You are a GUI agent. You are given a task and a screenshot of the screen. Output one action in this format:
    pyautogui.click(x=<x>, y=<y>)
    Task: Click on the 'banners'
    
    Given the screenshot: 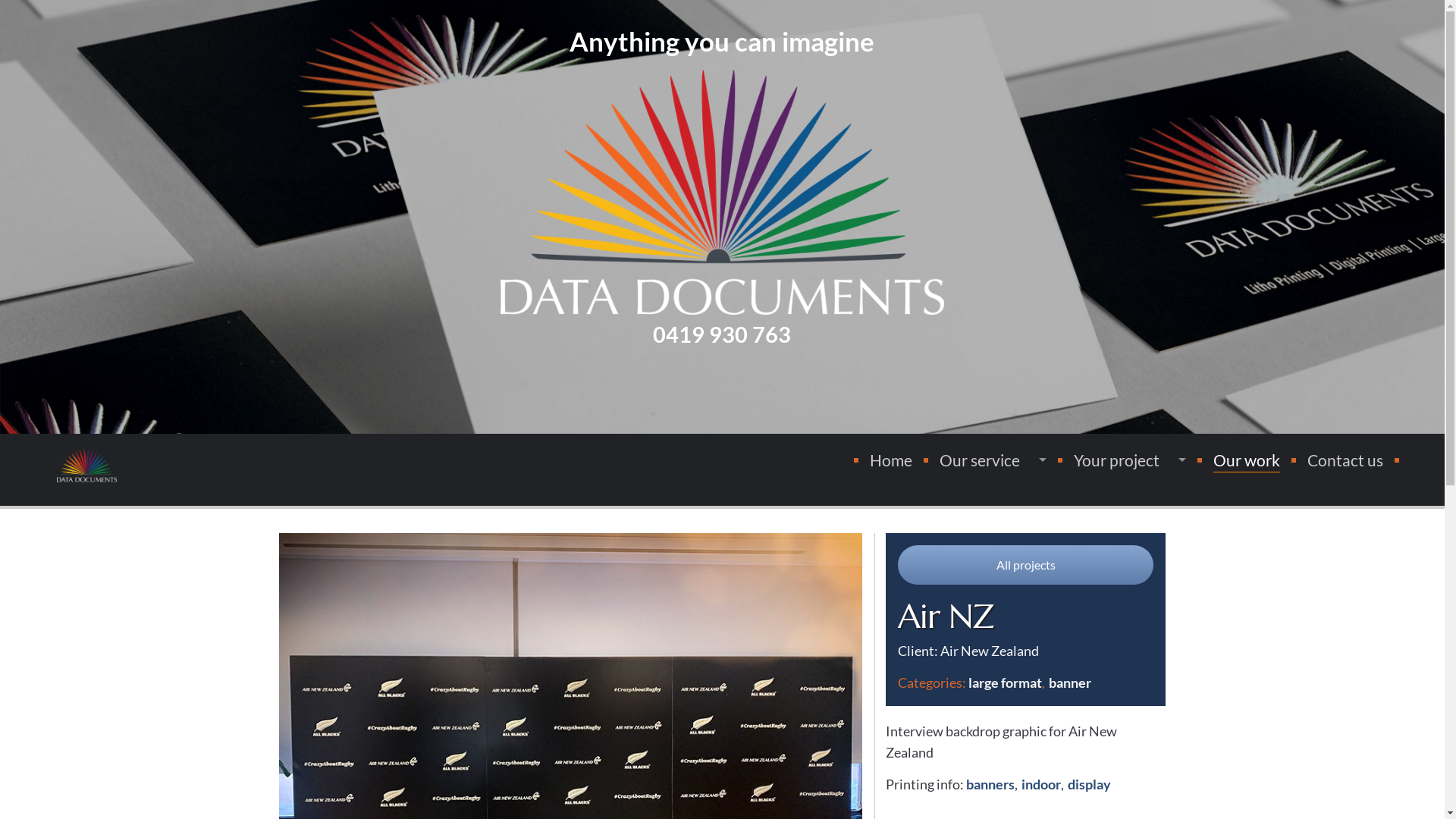 What is the action you would take?
    pyautogui.click(x=990, y=784)
    